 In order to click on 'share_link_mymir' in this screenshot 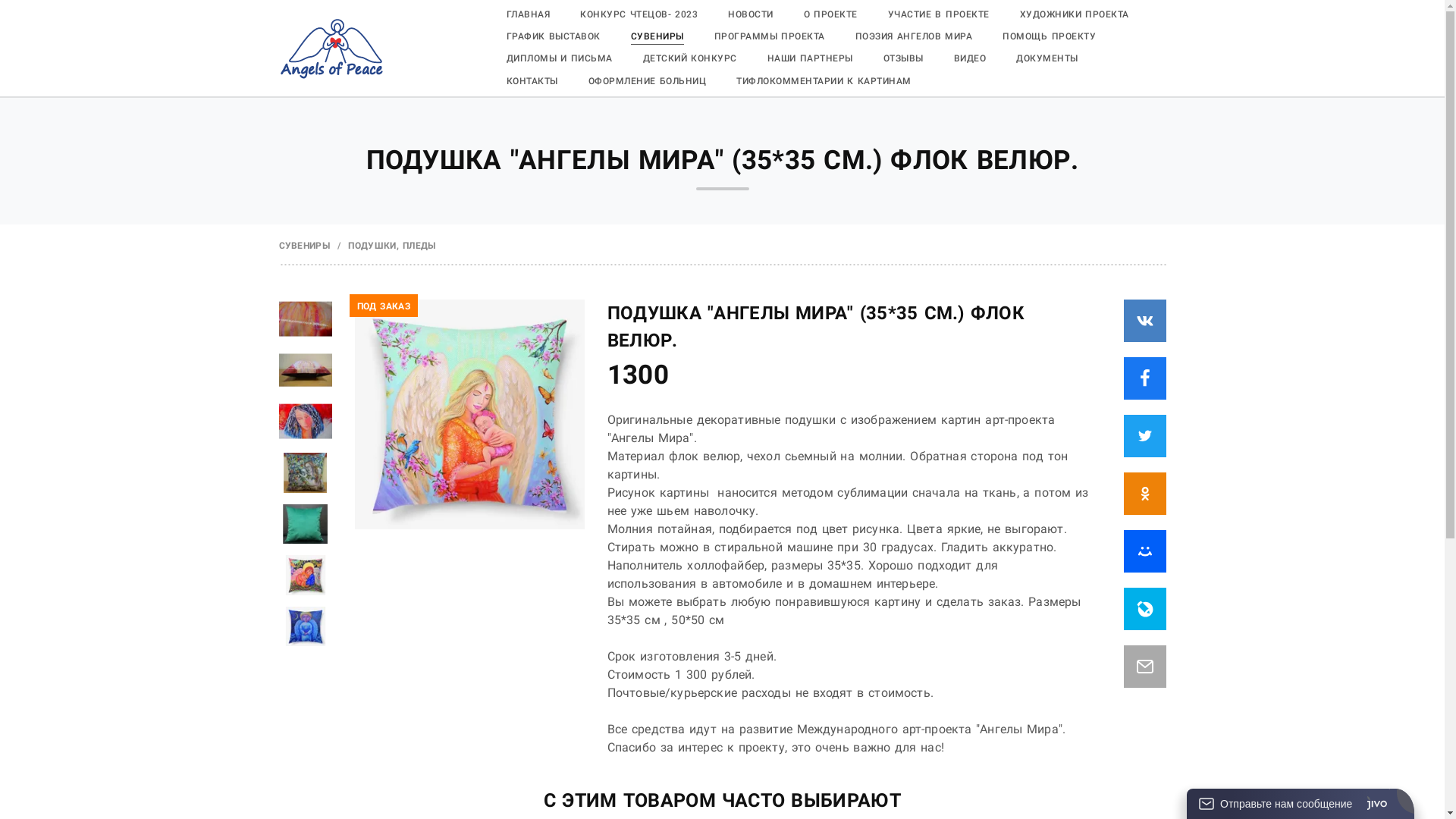, I will do `click(1145, 551)`.